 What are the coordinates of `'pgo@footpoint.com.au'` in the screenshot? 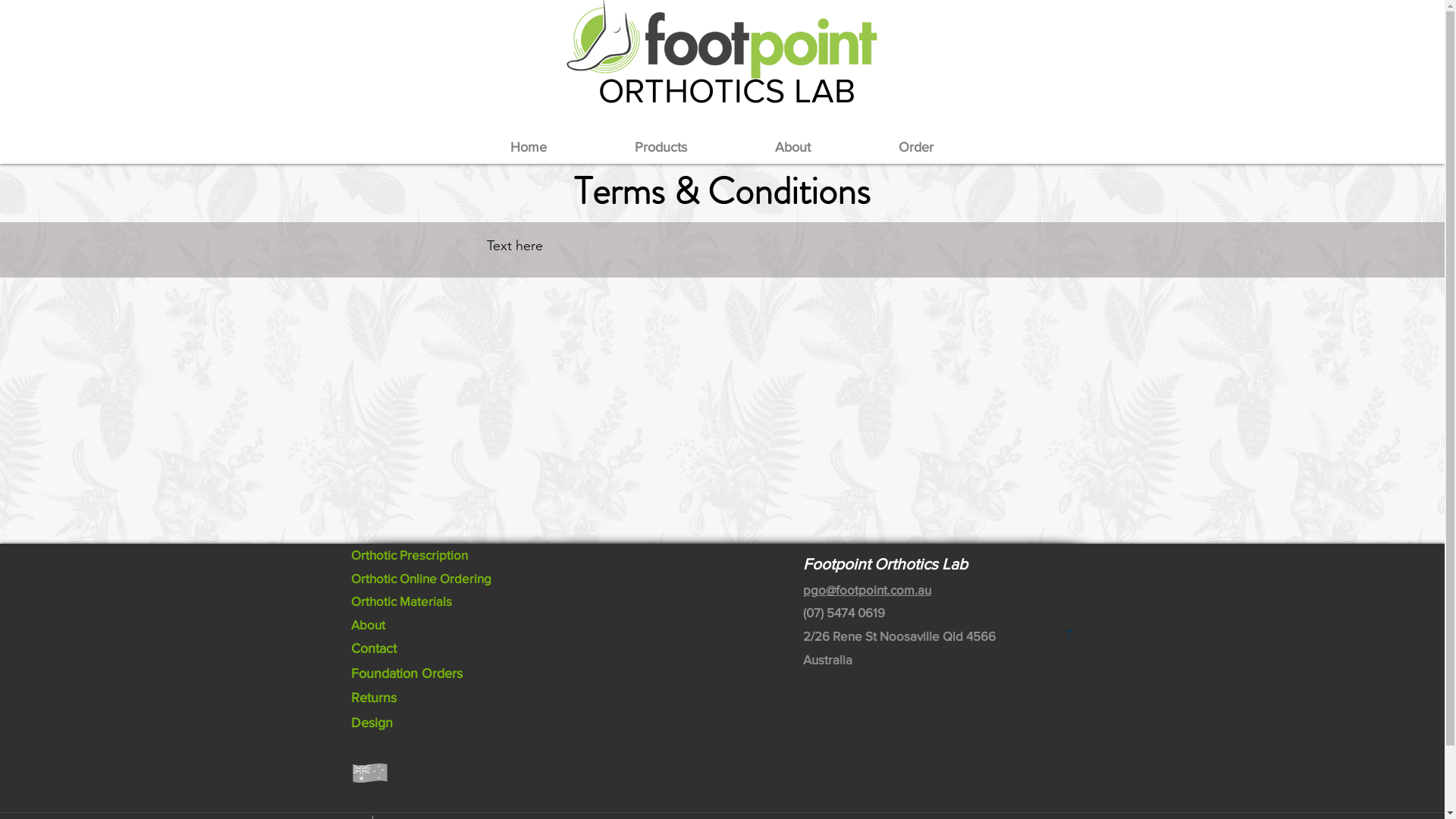 It's located at (801, 588).